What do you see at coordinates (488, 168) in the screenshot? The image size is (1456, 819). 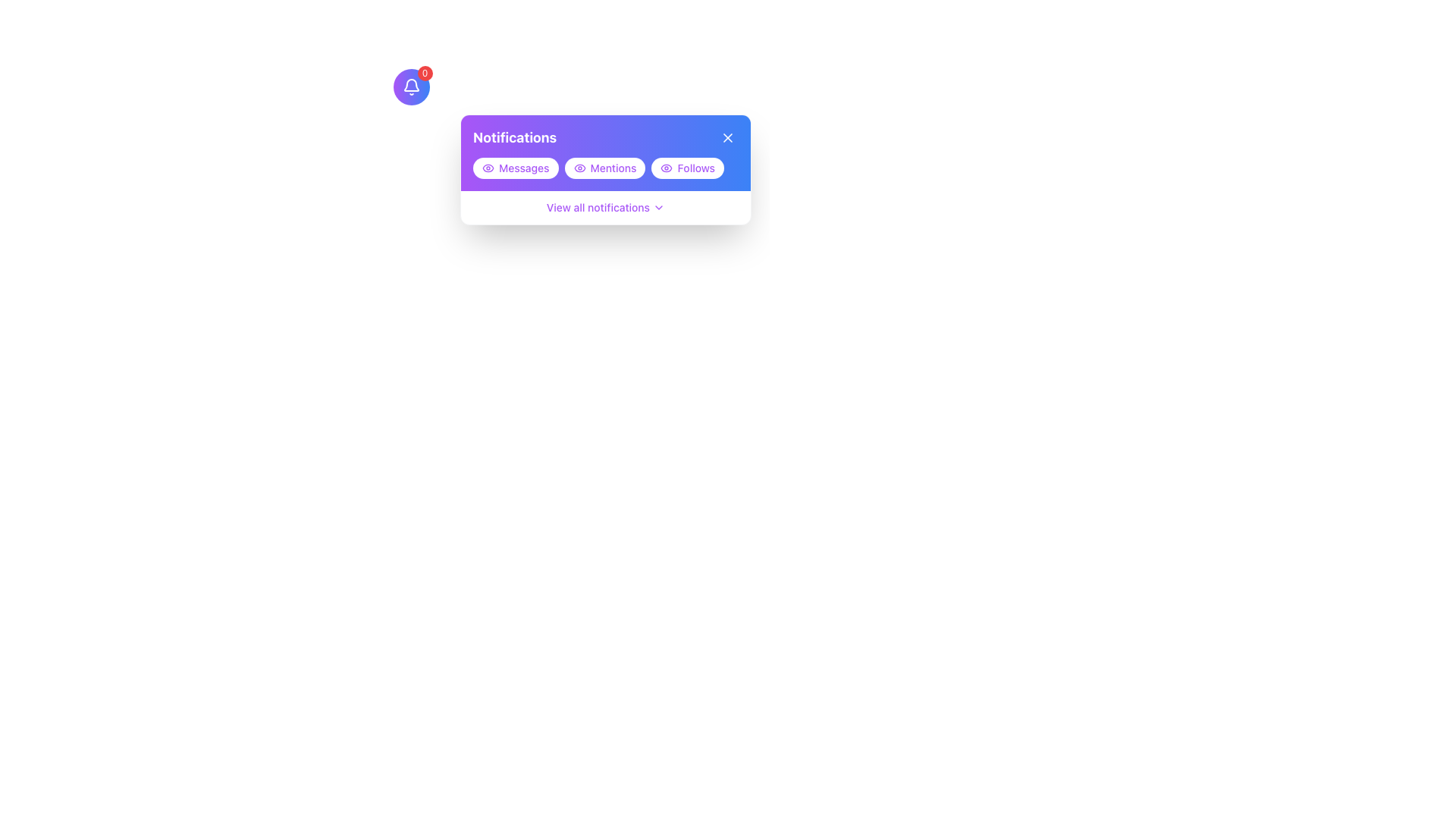 I see `the eye icon representing visibility within the 'Messages' button in the 'Notifications' card` at bounding box center [488, 168].